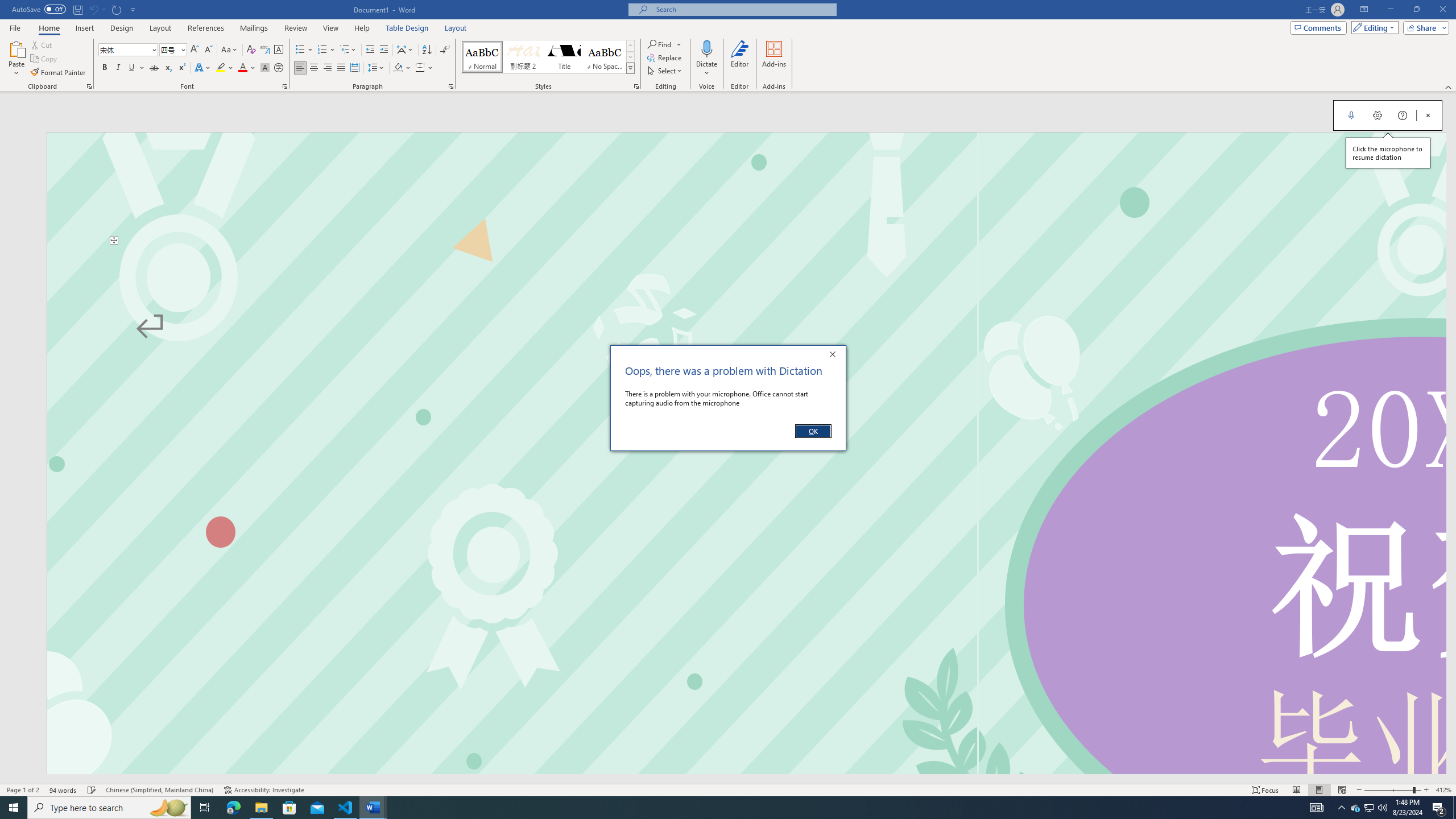  Describe the element at coordinates (812, 431) in the screenshot. I see `'OK'` at that location.